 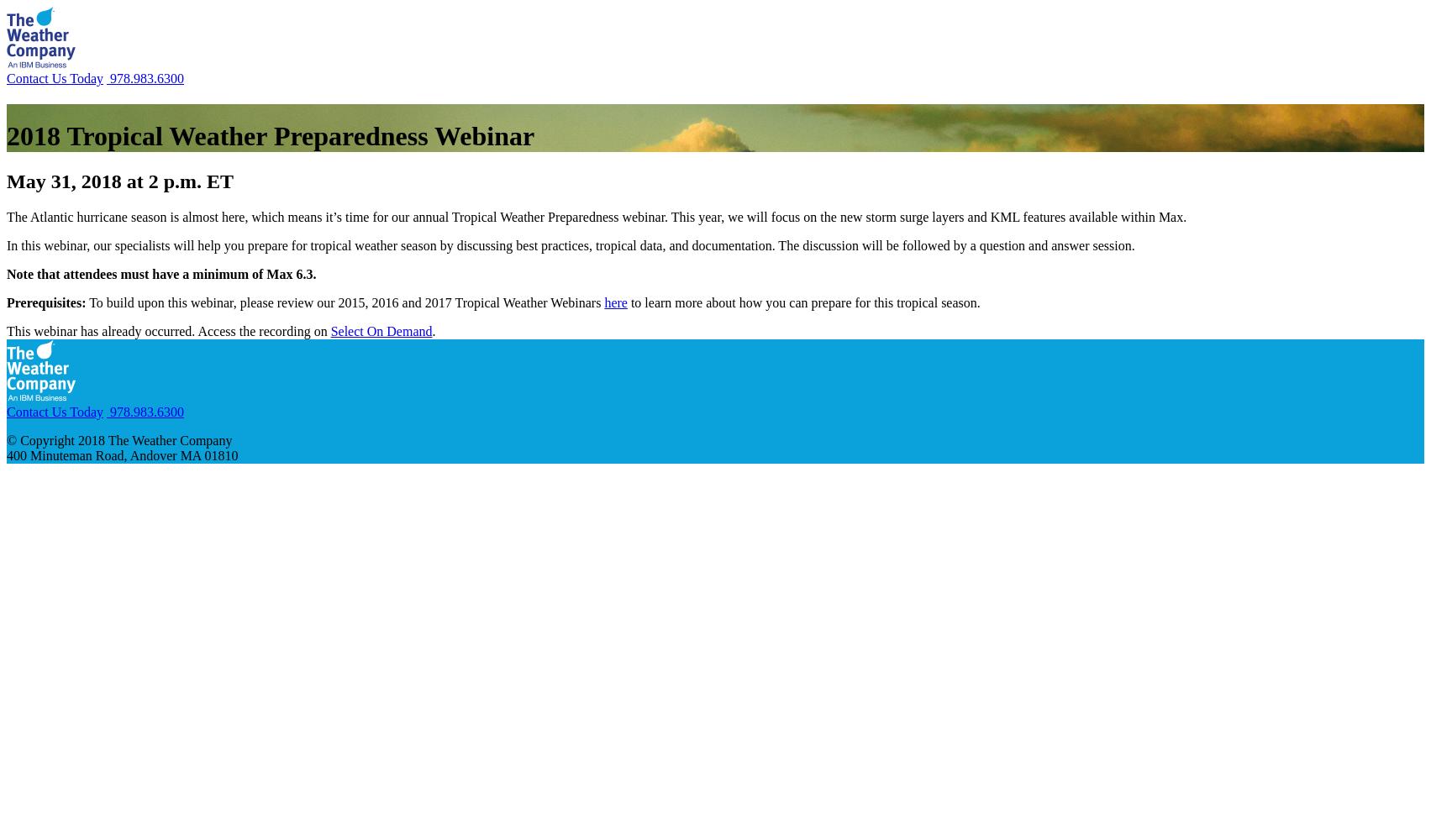 What do you see at coordinates (345, 301) in the screenshot?
I see `'To build upon this webinar, please review our 2015, 2016 and 2017 Tropical Weather Webinars'` at bounding box center [345, 301].